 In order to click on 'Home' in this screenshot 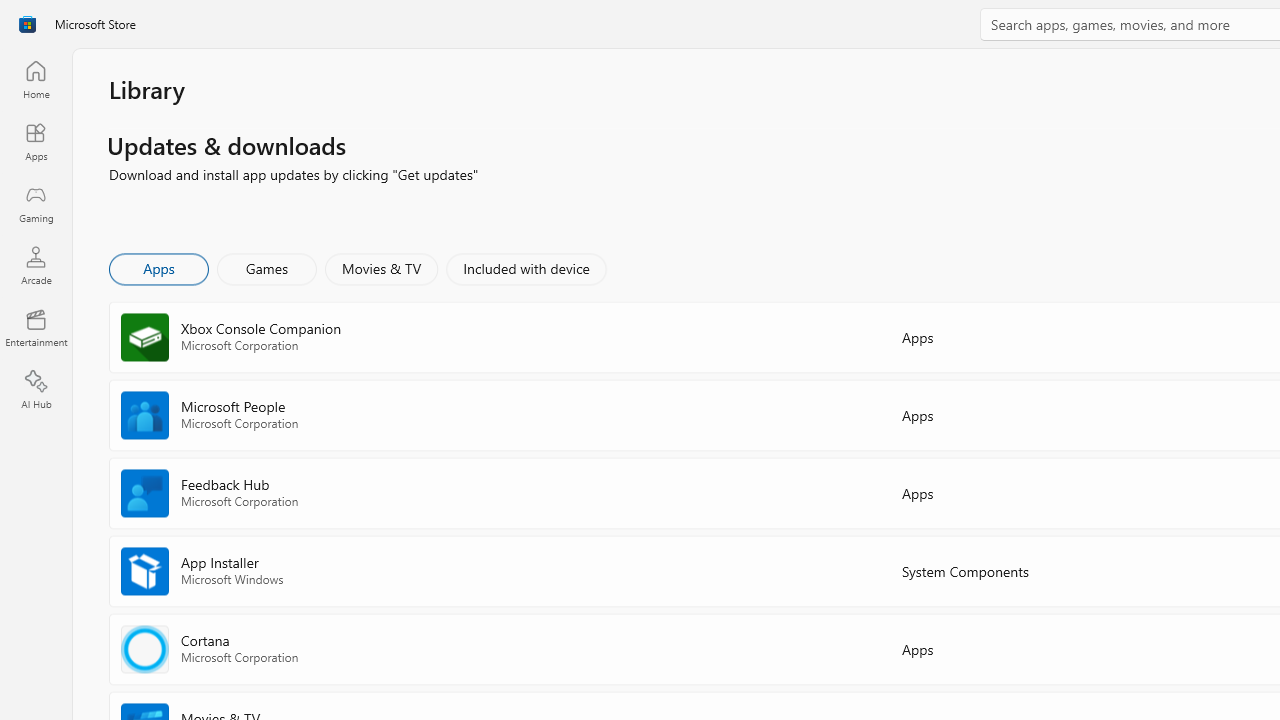, I will do `click(35, 78)`.